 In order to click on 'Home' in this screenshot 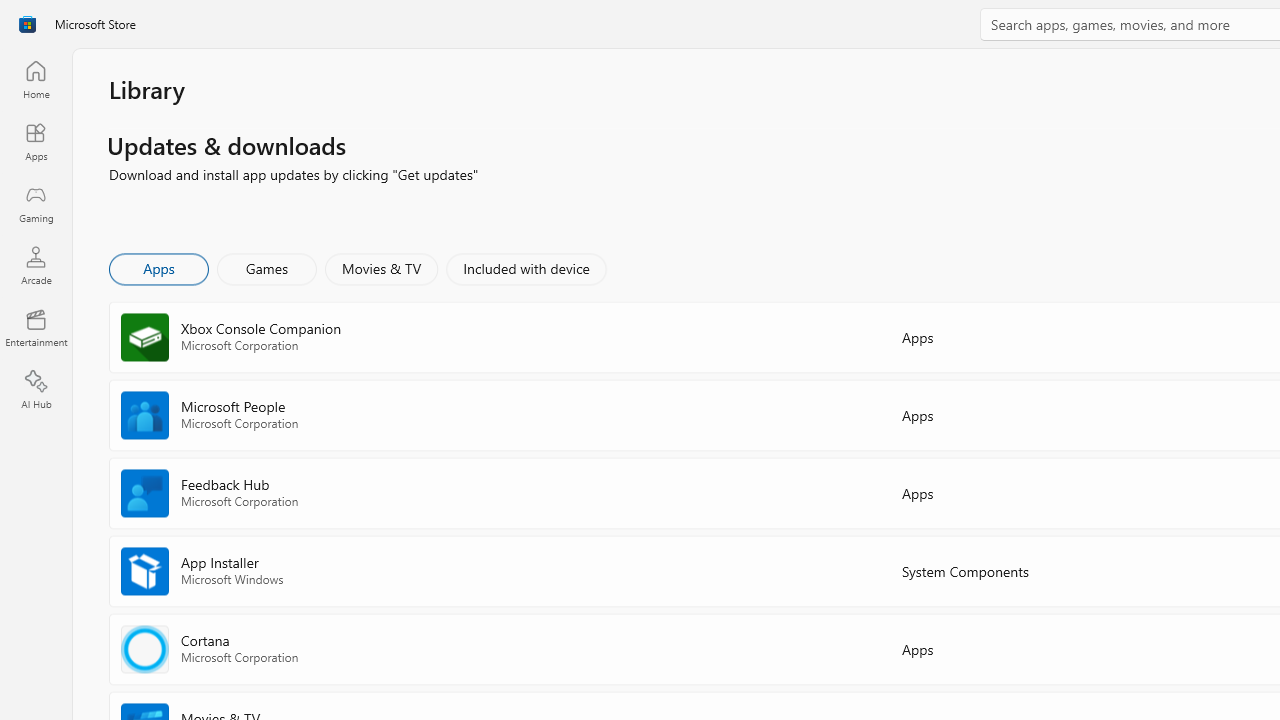, I will do `click(35, 78)`.